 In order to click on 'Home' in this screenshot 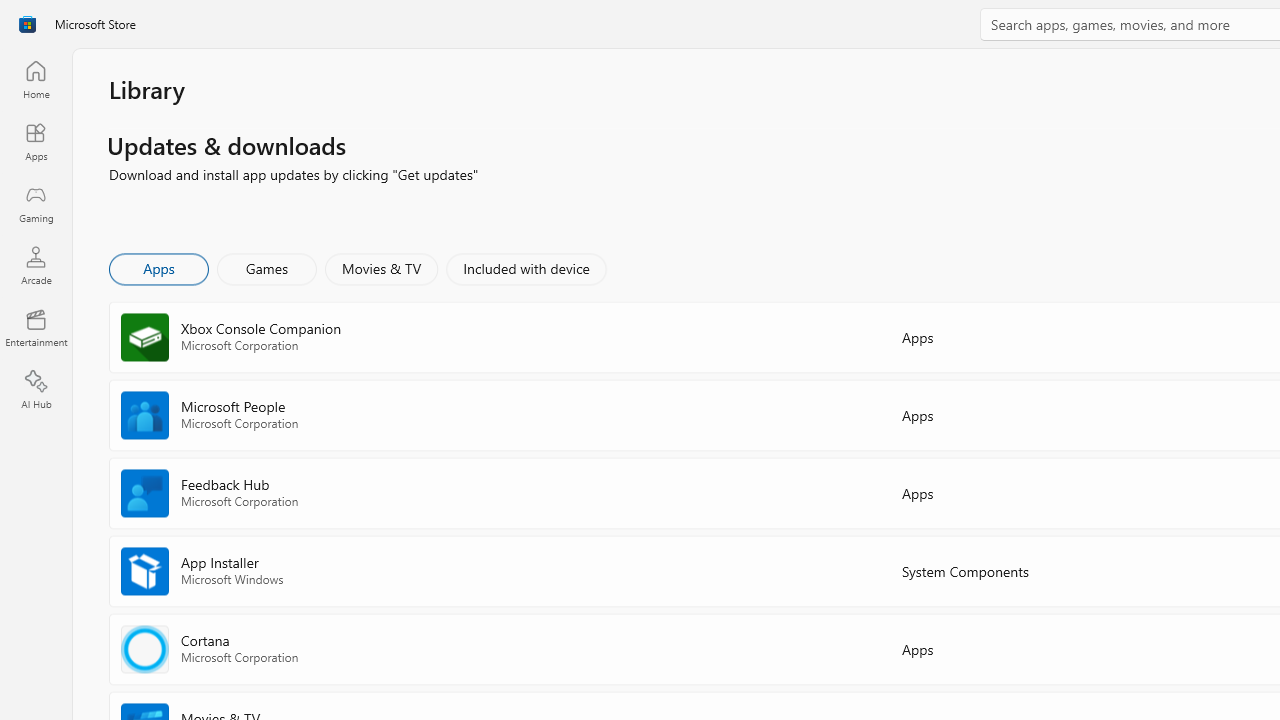, I will do `click(35, 78)`.